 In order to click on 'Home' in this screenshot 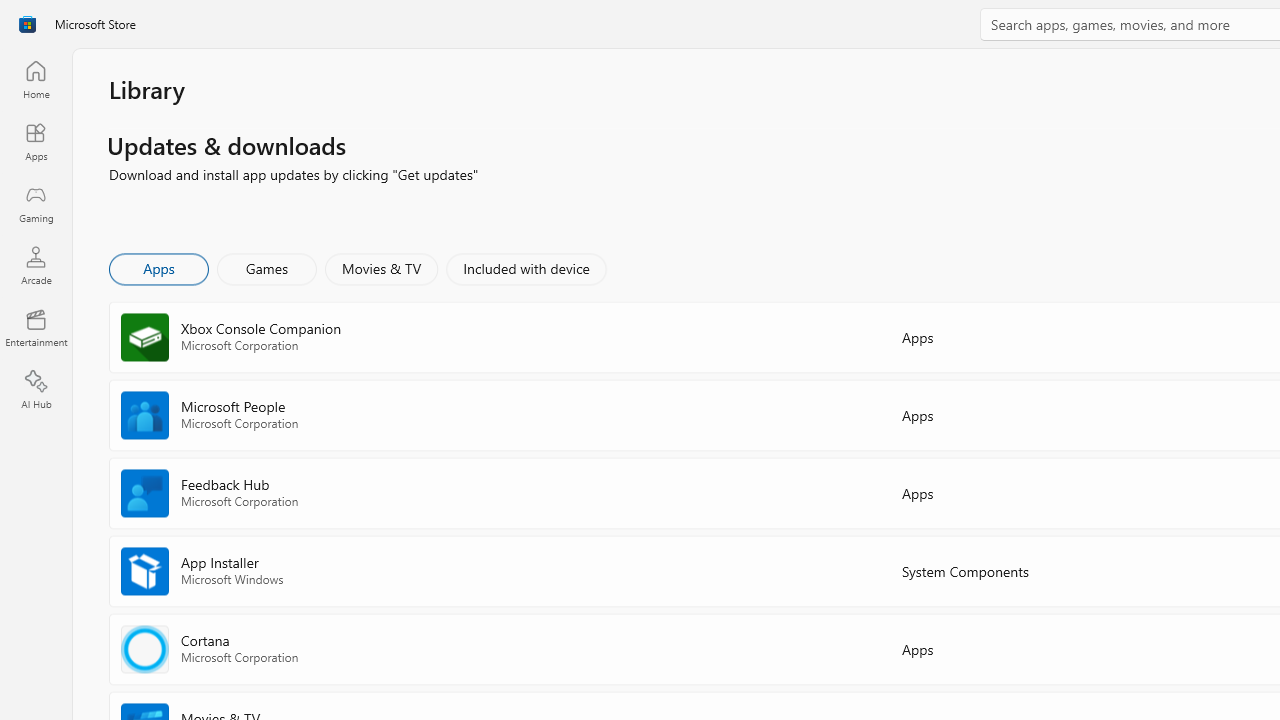, I will do `click(35, 78)`.